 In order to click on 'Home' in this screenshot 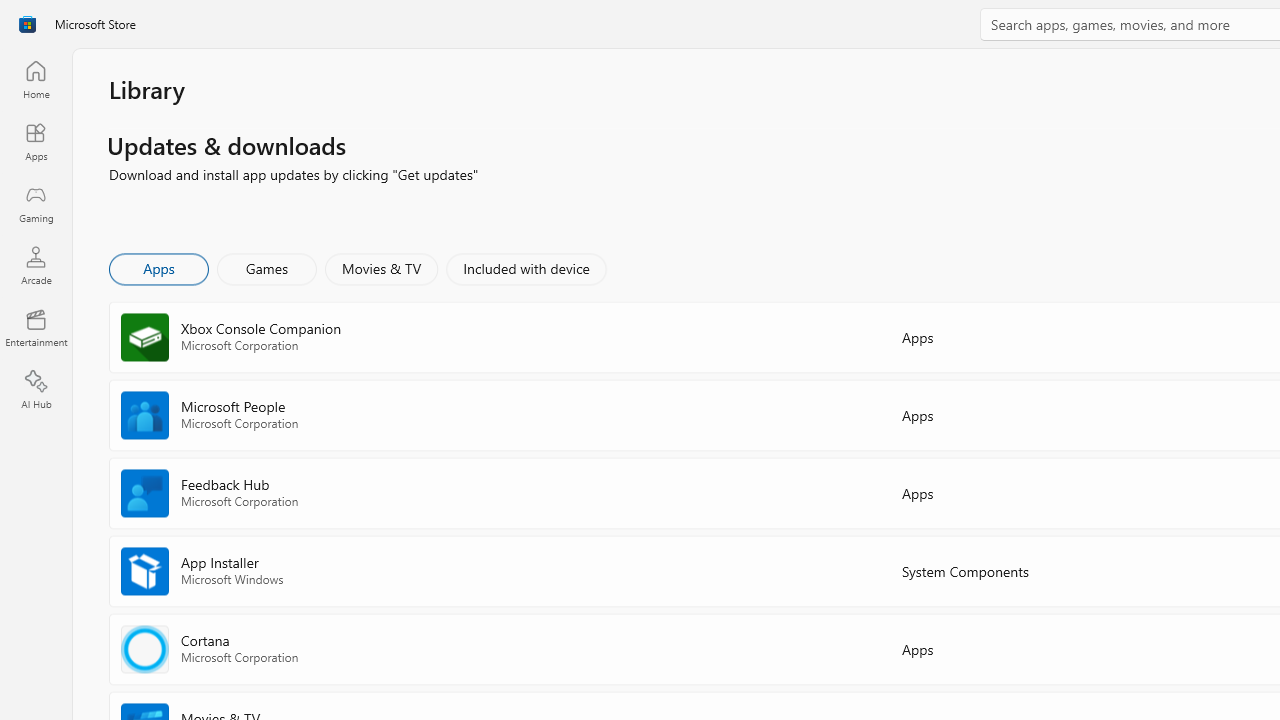, I will do `click(35, 78)`.